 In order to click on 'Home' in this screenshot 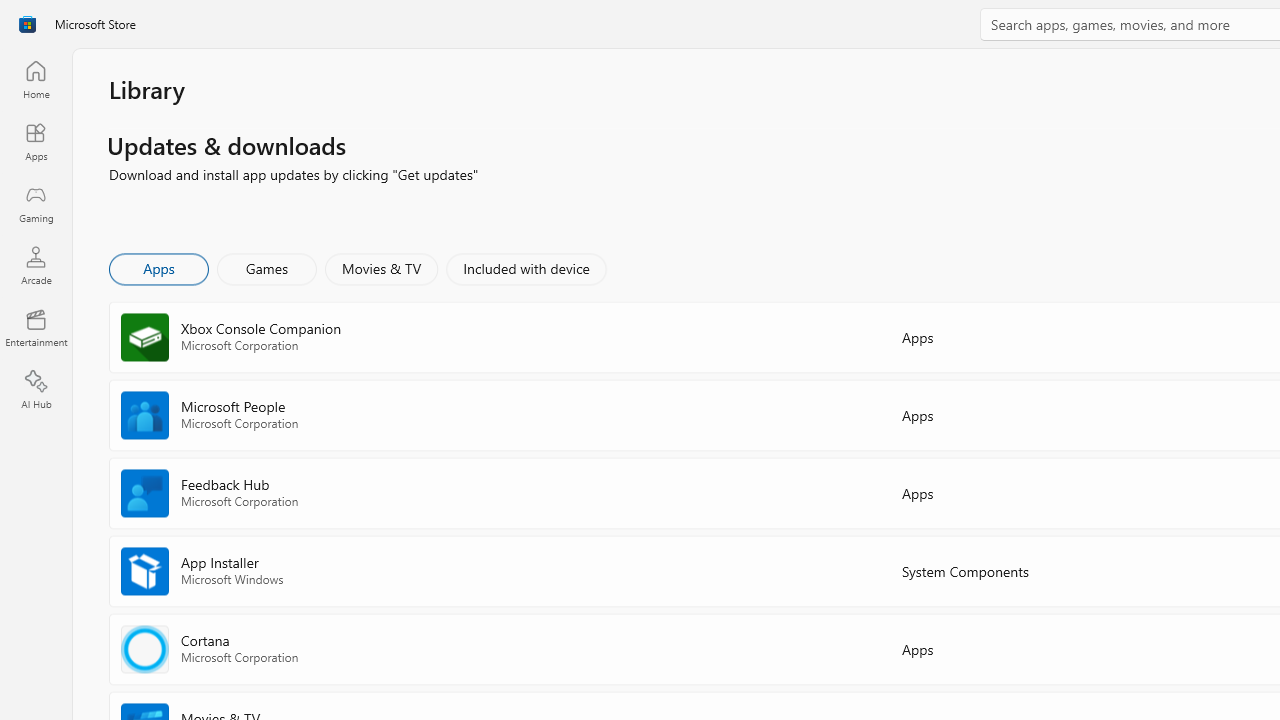, I will do `click(35, 78)`.